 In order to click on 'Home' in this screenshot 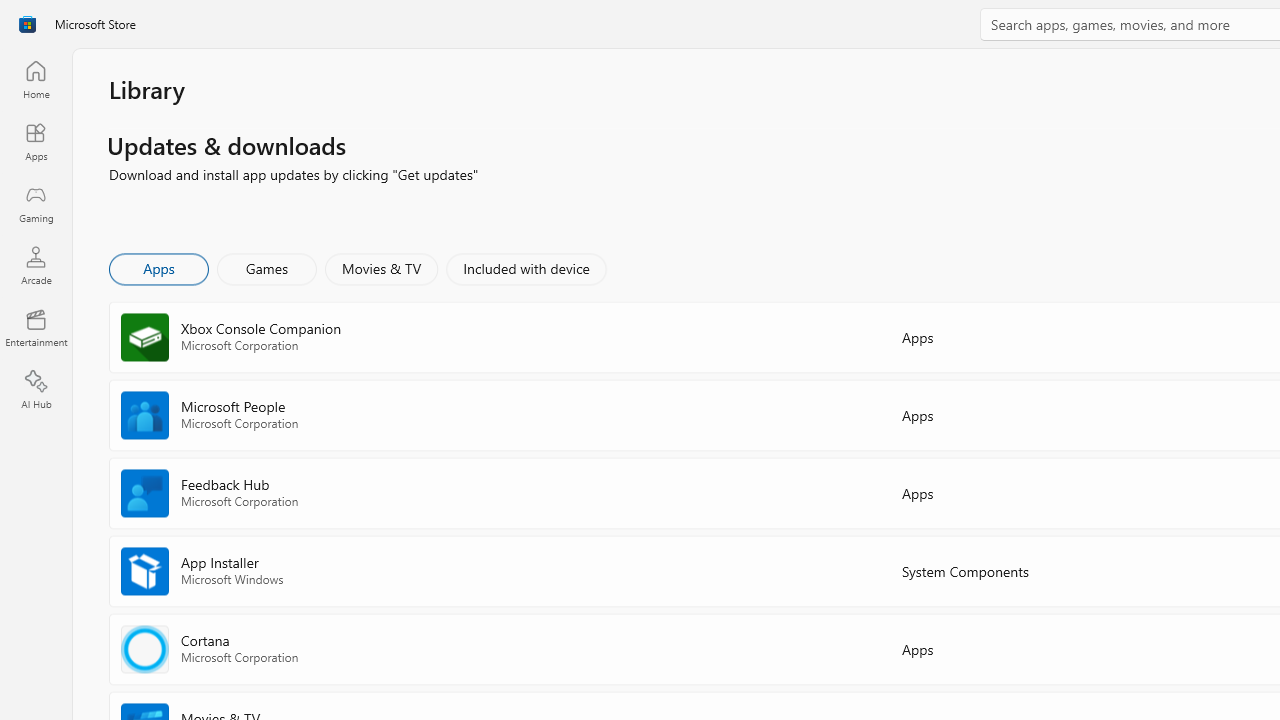, I will do `click(35, 78)`.